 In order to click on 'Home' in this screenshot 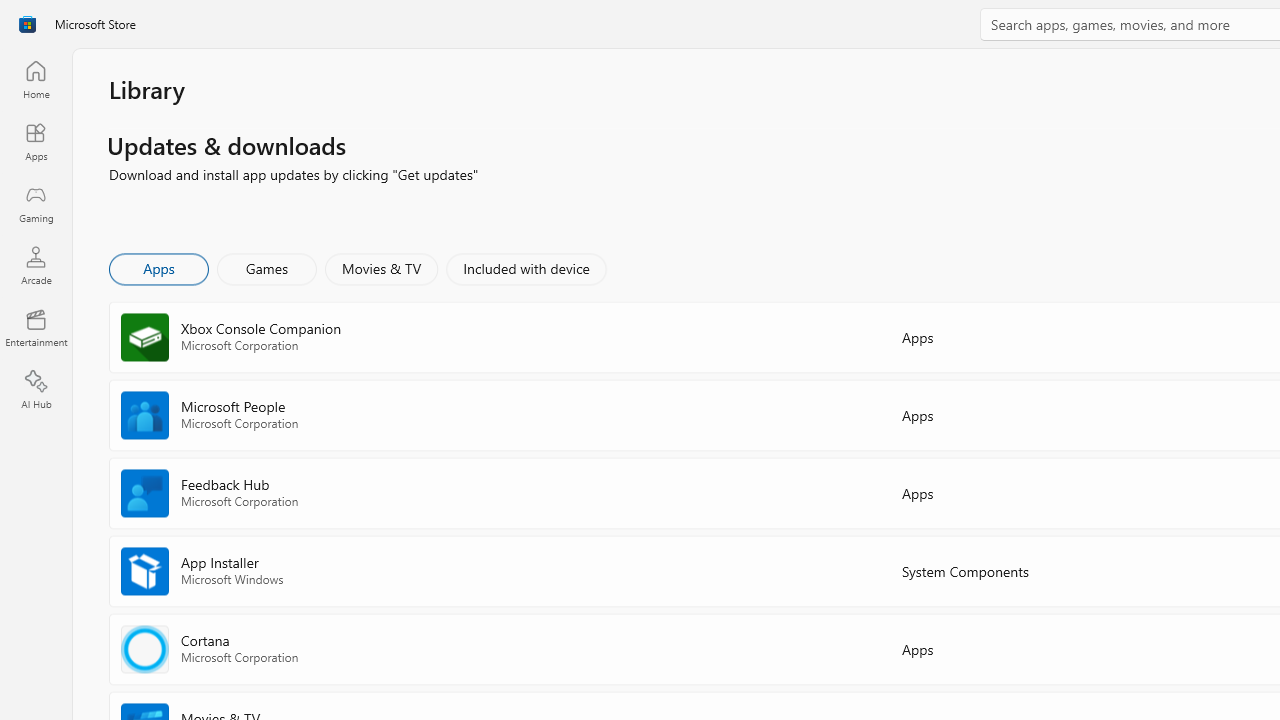, I will do `click(35, 78)`.